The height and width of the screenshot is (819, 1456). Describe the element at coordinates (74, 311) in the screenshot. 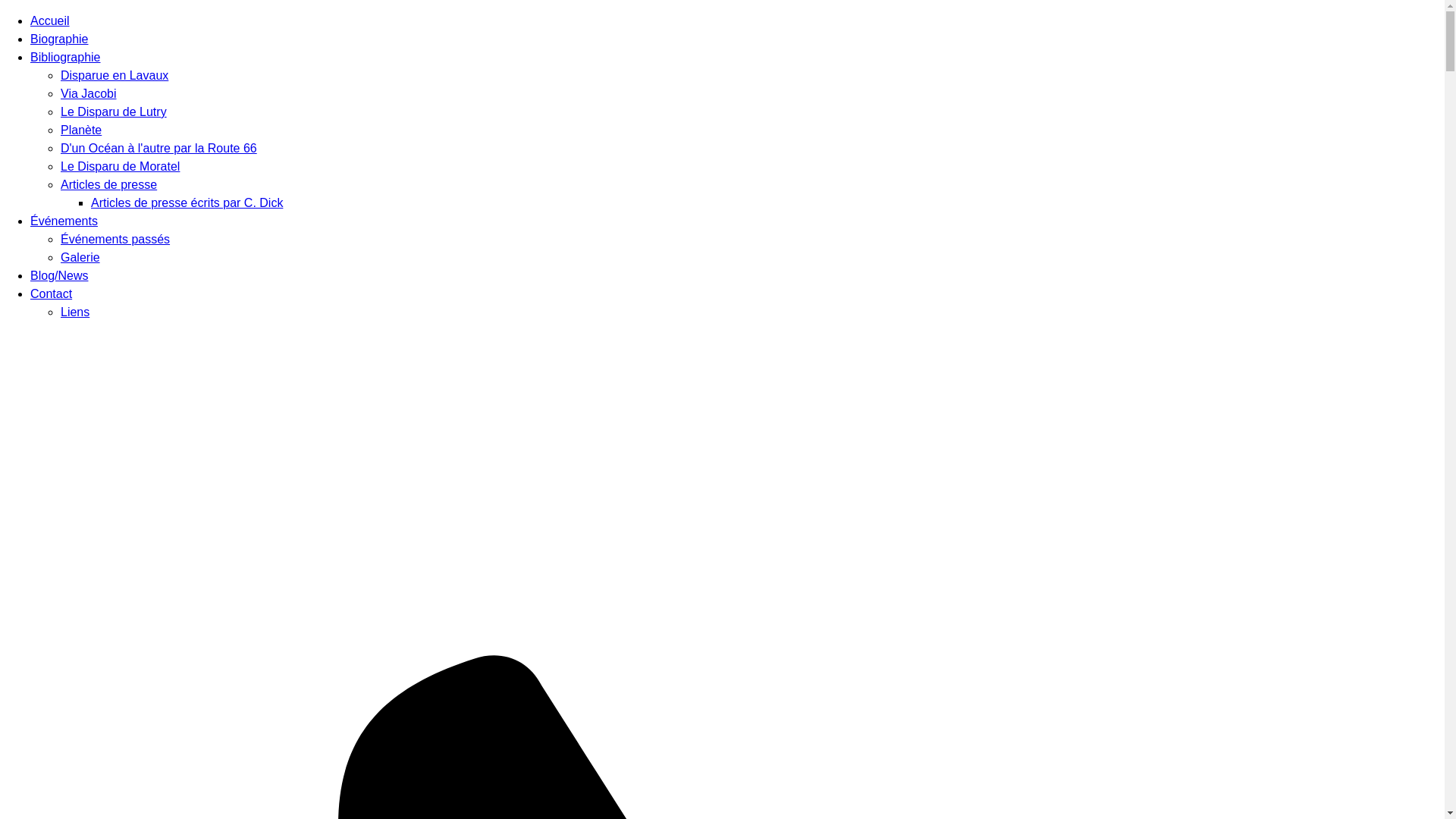

I see `'Liens'` at that location.